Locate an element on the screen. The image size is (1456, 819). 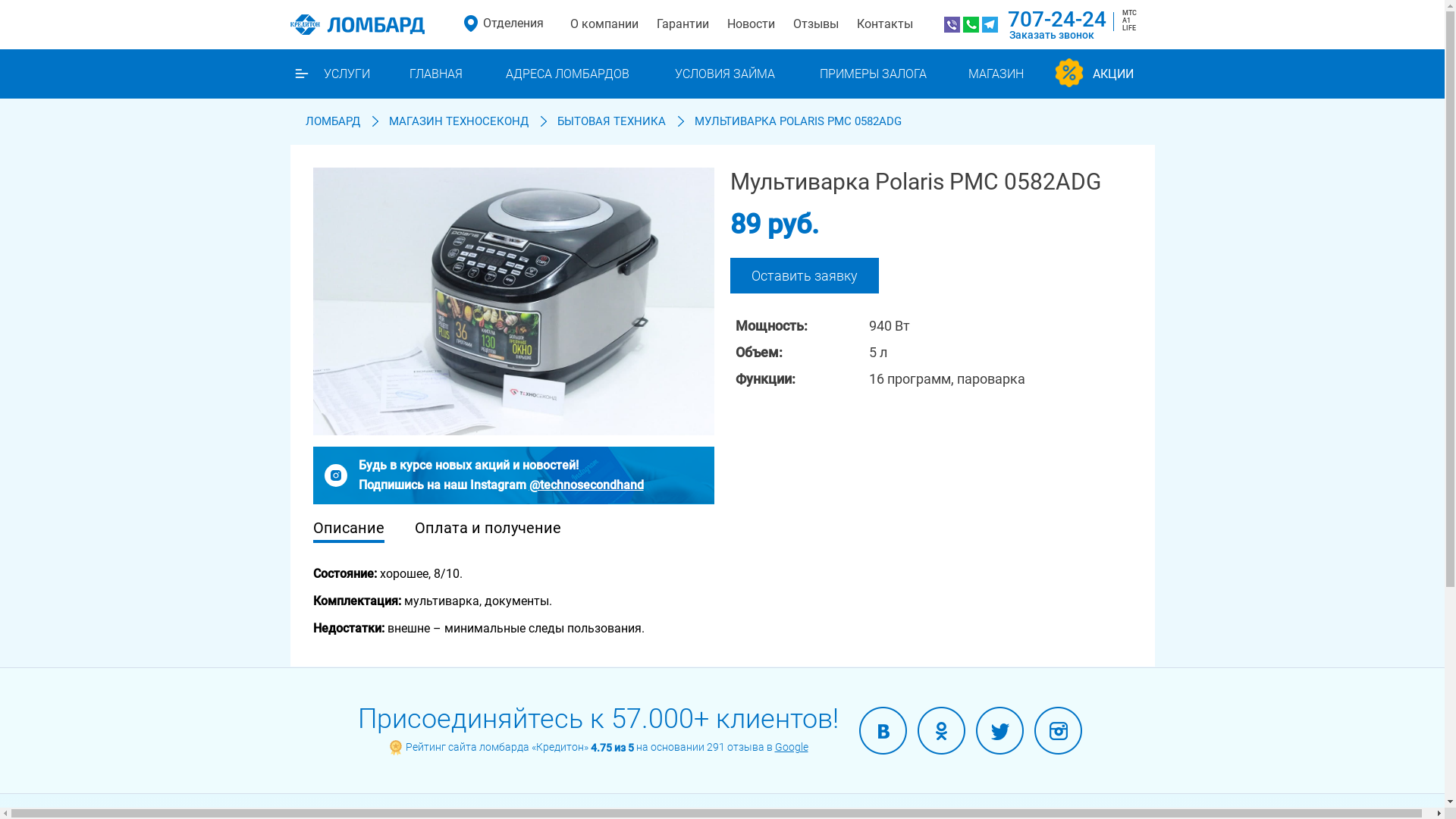
'707-24-24' is located at coordinates (1055, 19).